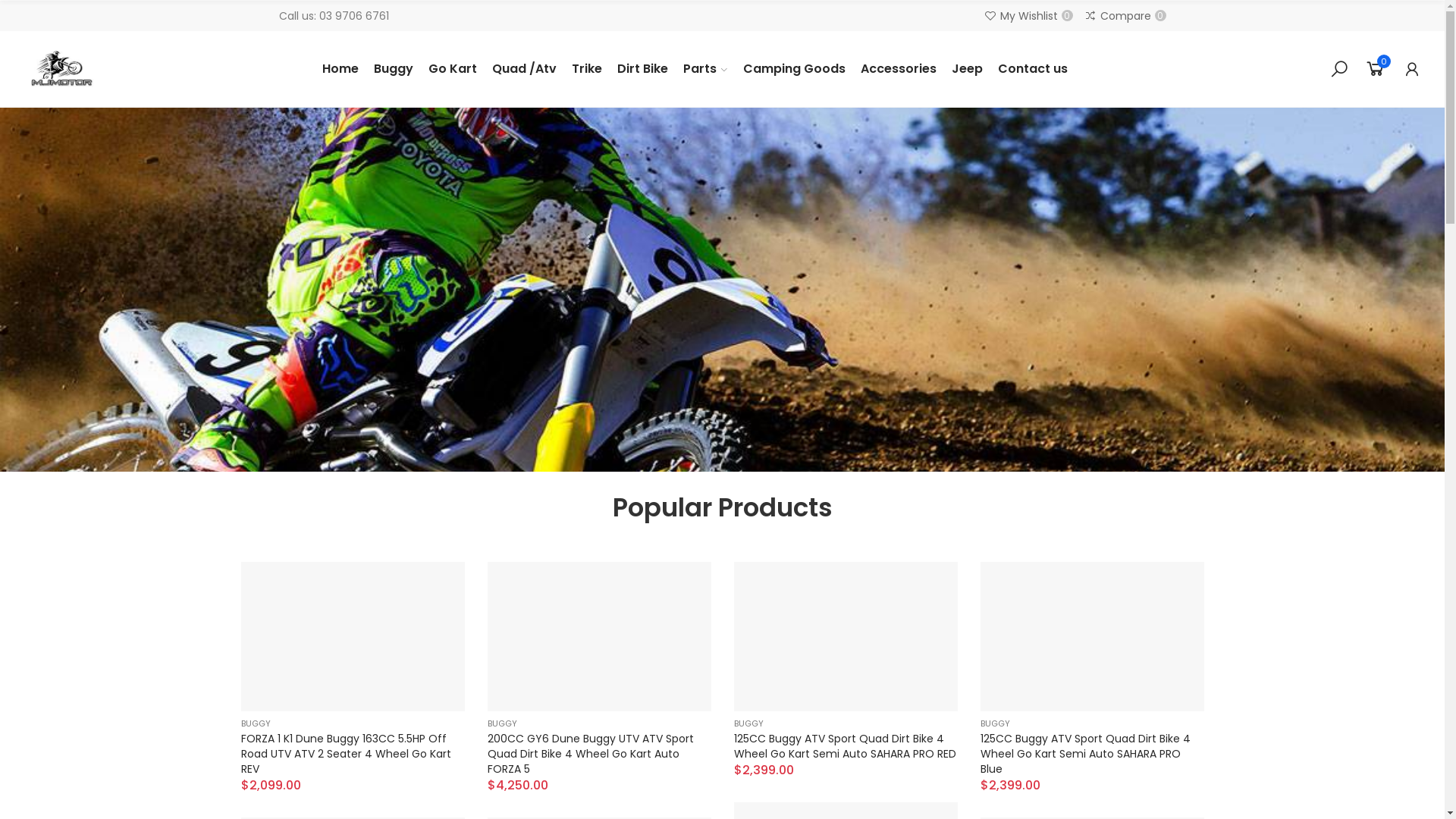  Describe the element at coordinates (899, 69) in the screenshot. I see `'Accessories'` at that location.